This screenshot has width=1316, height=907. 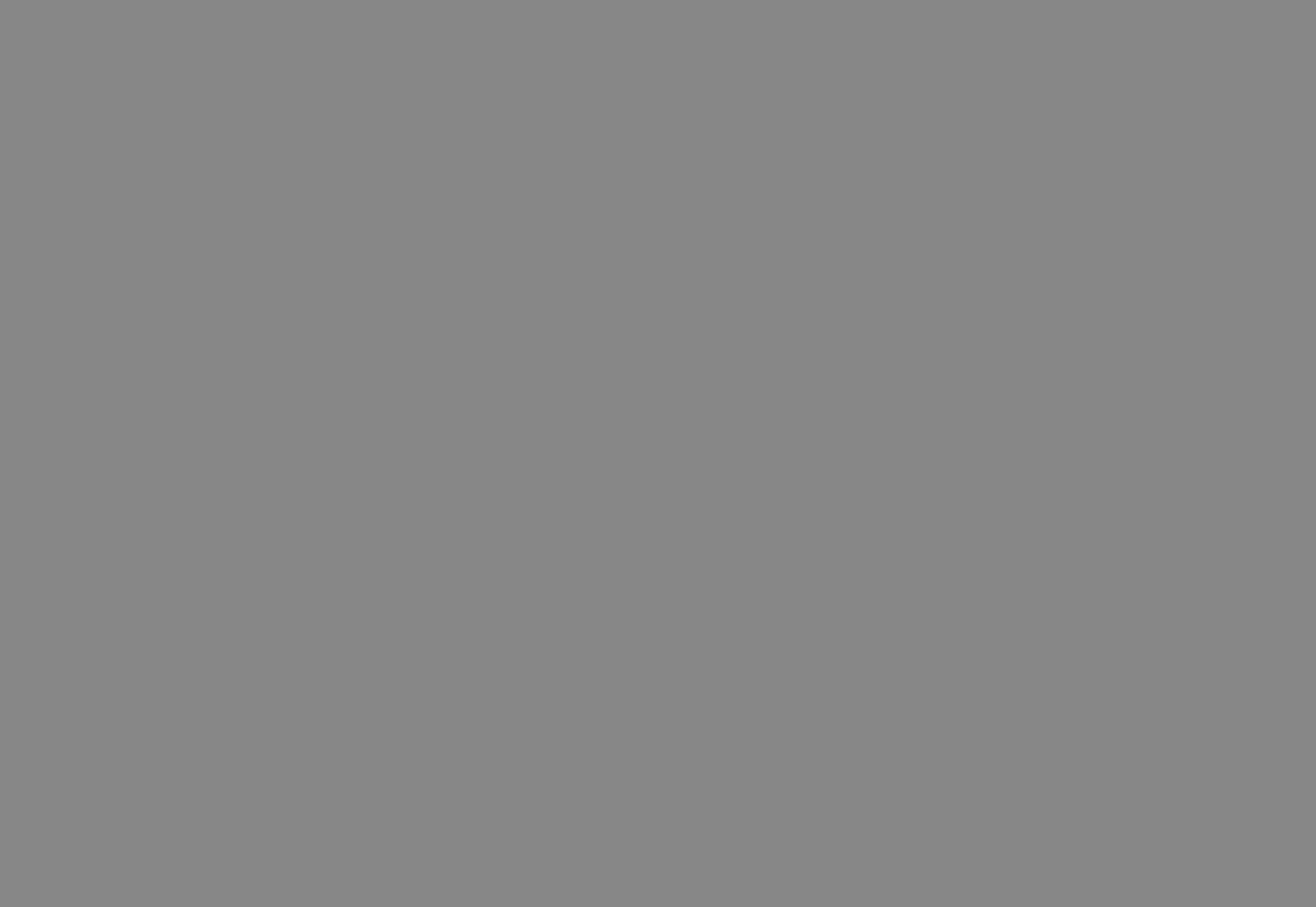 I want to click on 'Certificates', so click(x=174, y=536).